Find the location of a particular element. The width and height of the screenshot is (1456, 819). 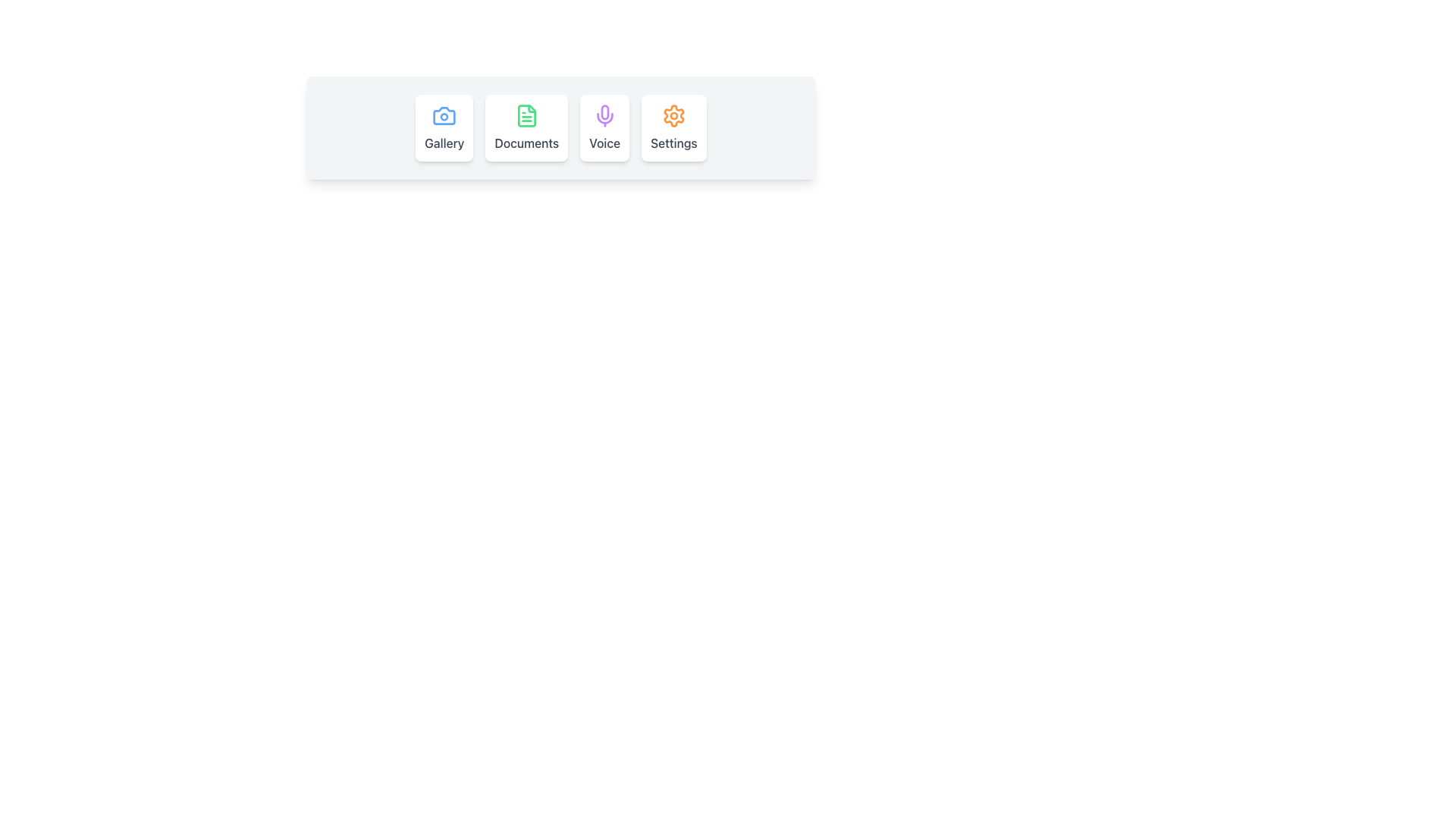

the microphone button labeled 'Voice' is located at coordinates (604, 127).